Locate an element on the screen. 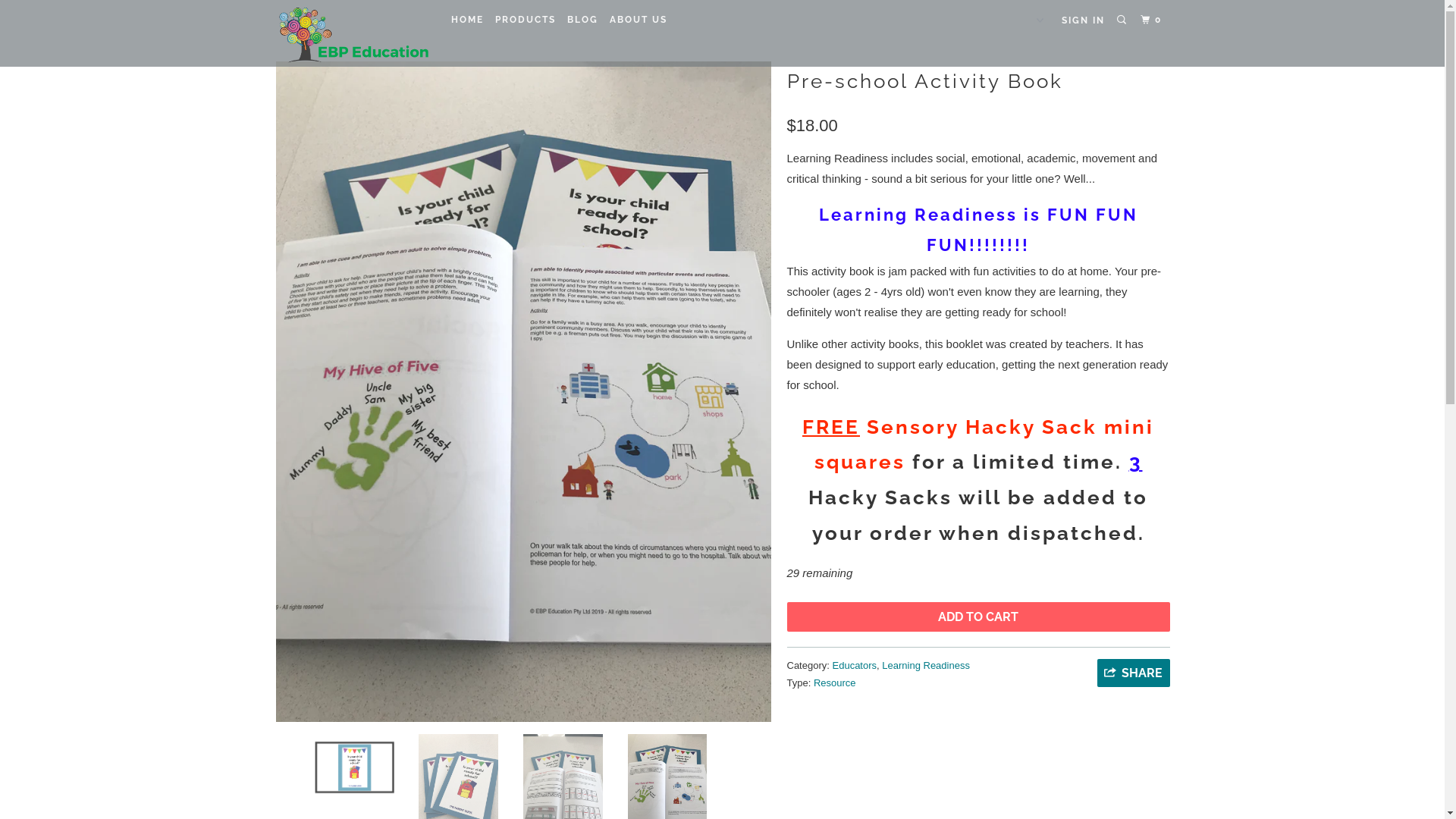  'Search' is located at coordinates (1123, 20).